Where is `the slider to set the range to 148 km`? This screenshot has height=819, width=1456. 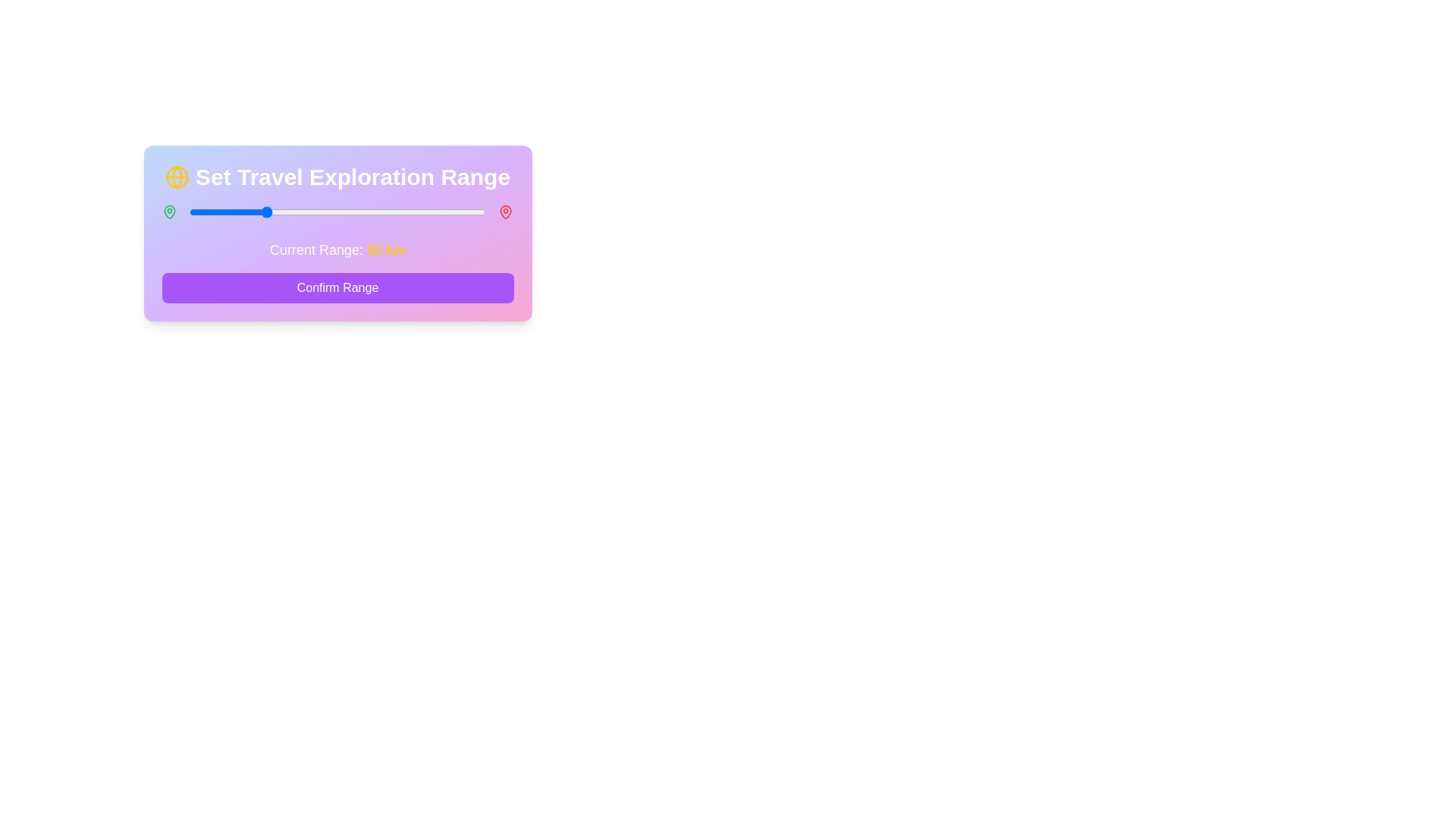 the slider to set the range to 148 km is located at coordinates (409, 212).